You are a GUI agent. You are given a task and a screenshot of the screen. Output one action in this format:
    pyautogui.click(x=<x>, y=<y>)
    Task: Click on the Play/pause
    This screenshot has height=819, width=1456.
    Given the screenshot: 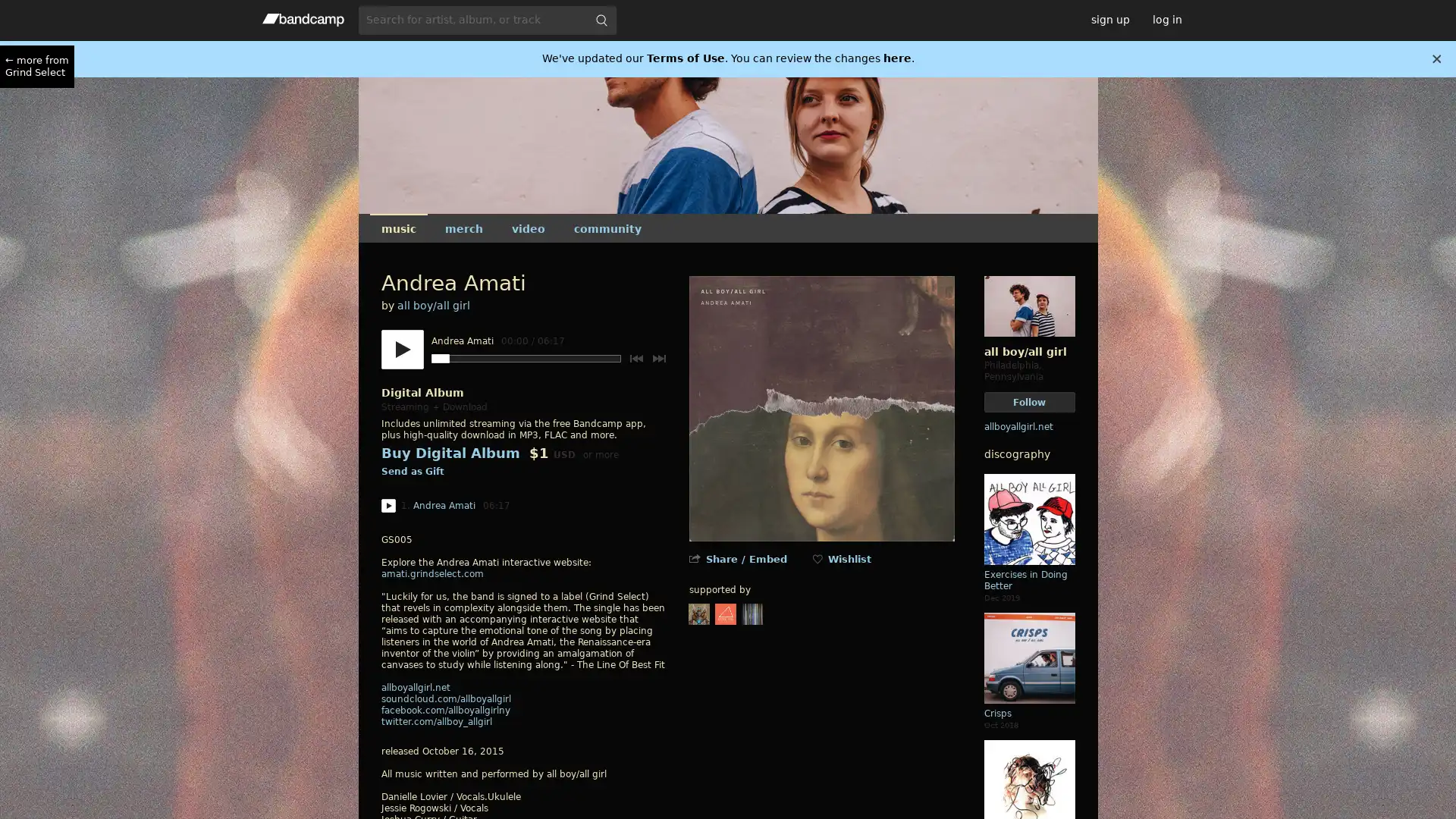 What is the action you would take?
    pyautogui.click(x=401, y=350)
    